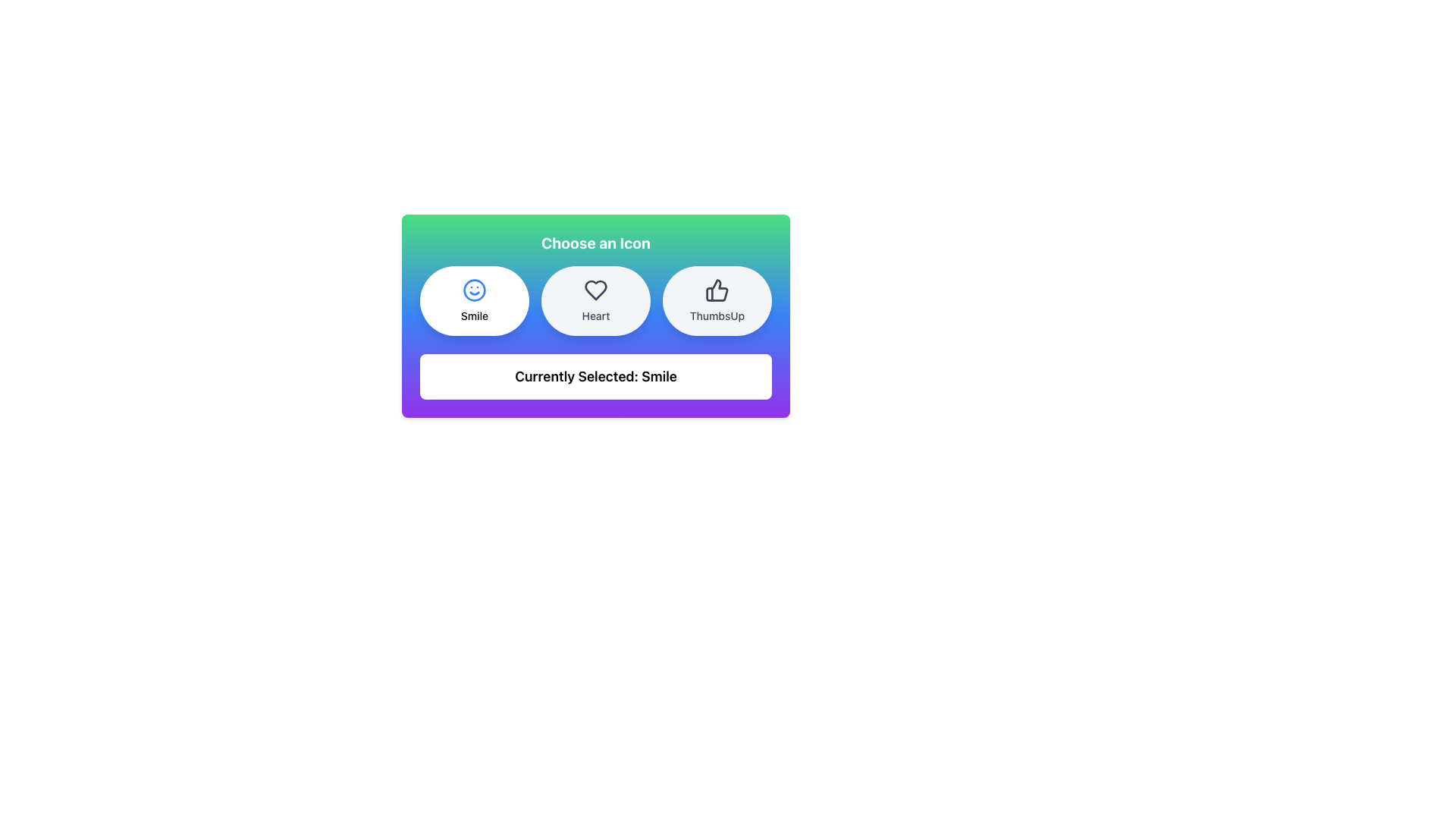  I want to click on the 'Heart' text label, which serves as a caption for the heart-shaped icon above it, to trigger any tooltip or visual effect, so click(595, 315).